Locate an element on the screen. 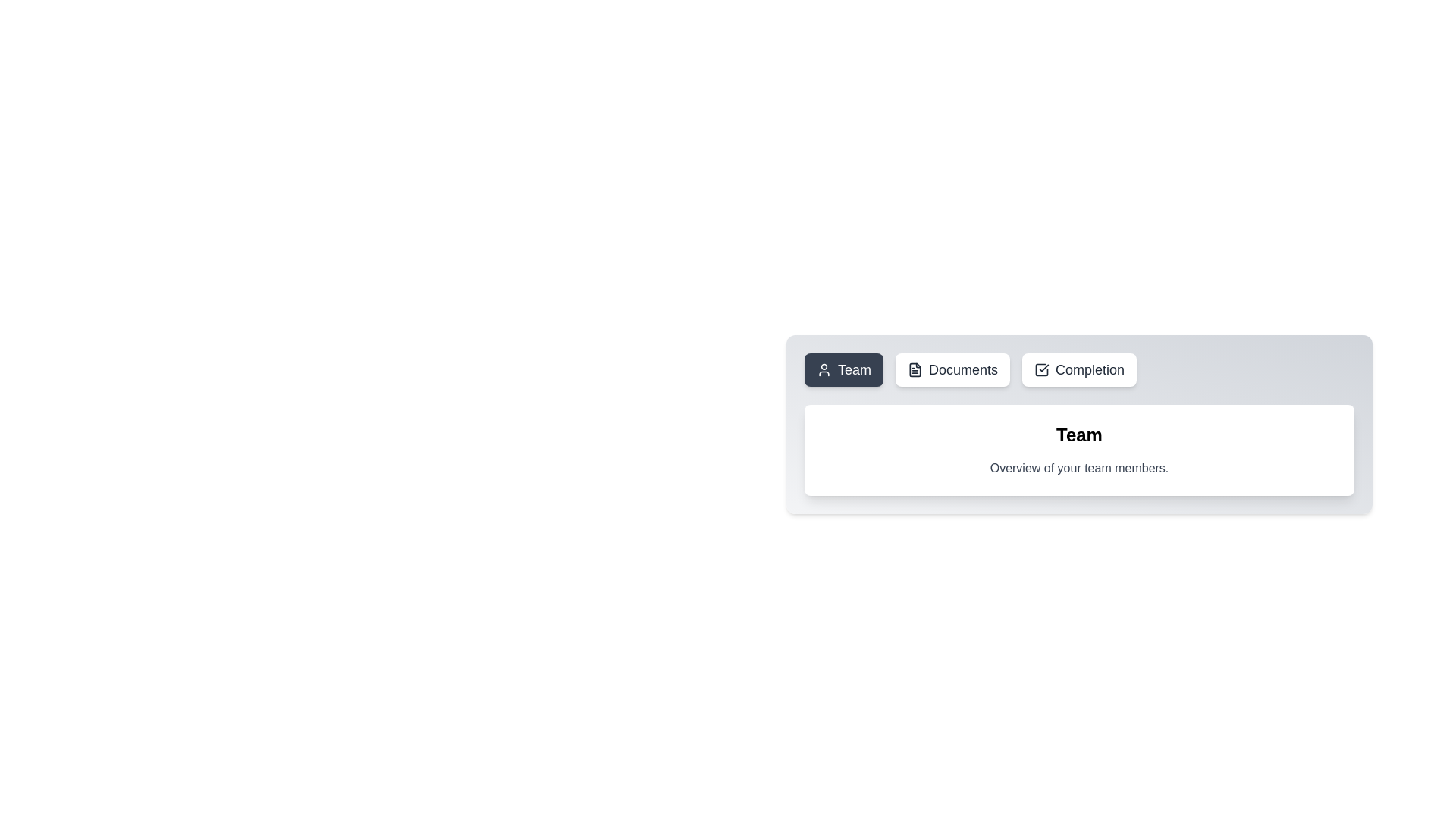 The height and width of the screenshot is (819, 1456). the 'Completion' button, which is a rounded rectangle with a white background and gray text, located between the 'Documents' button and the fourth button is located at coordinates (1078, 370).